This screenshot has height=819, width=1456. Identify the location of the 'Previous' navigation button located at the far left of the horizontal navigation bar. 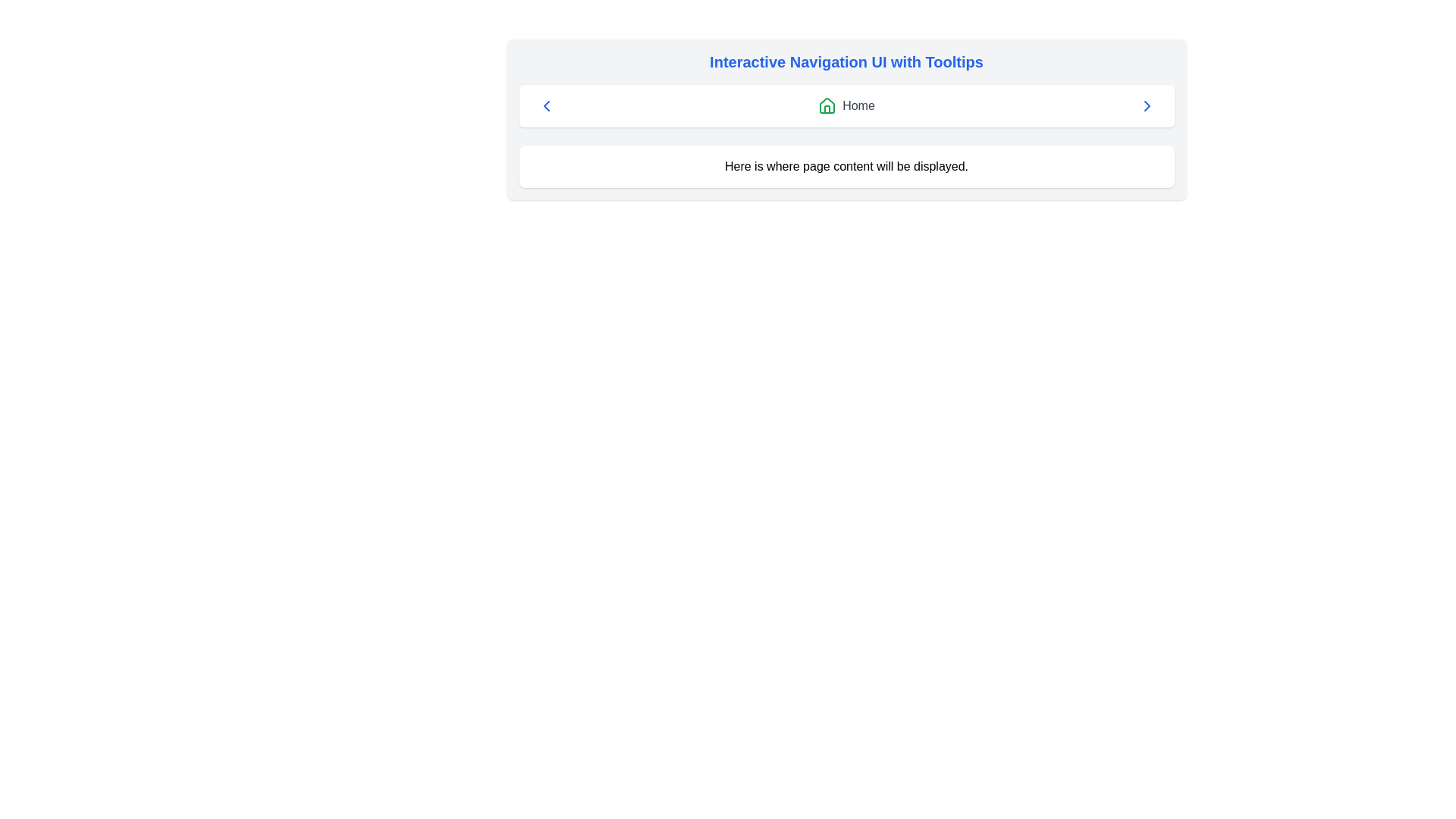
(546, 105).